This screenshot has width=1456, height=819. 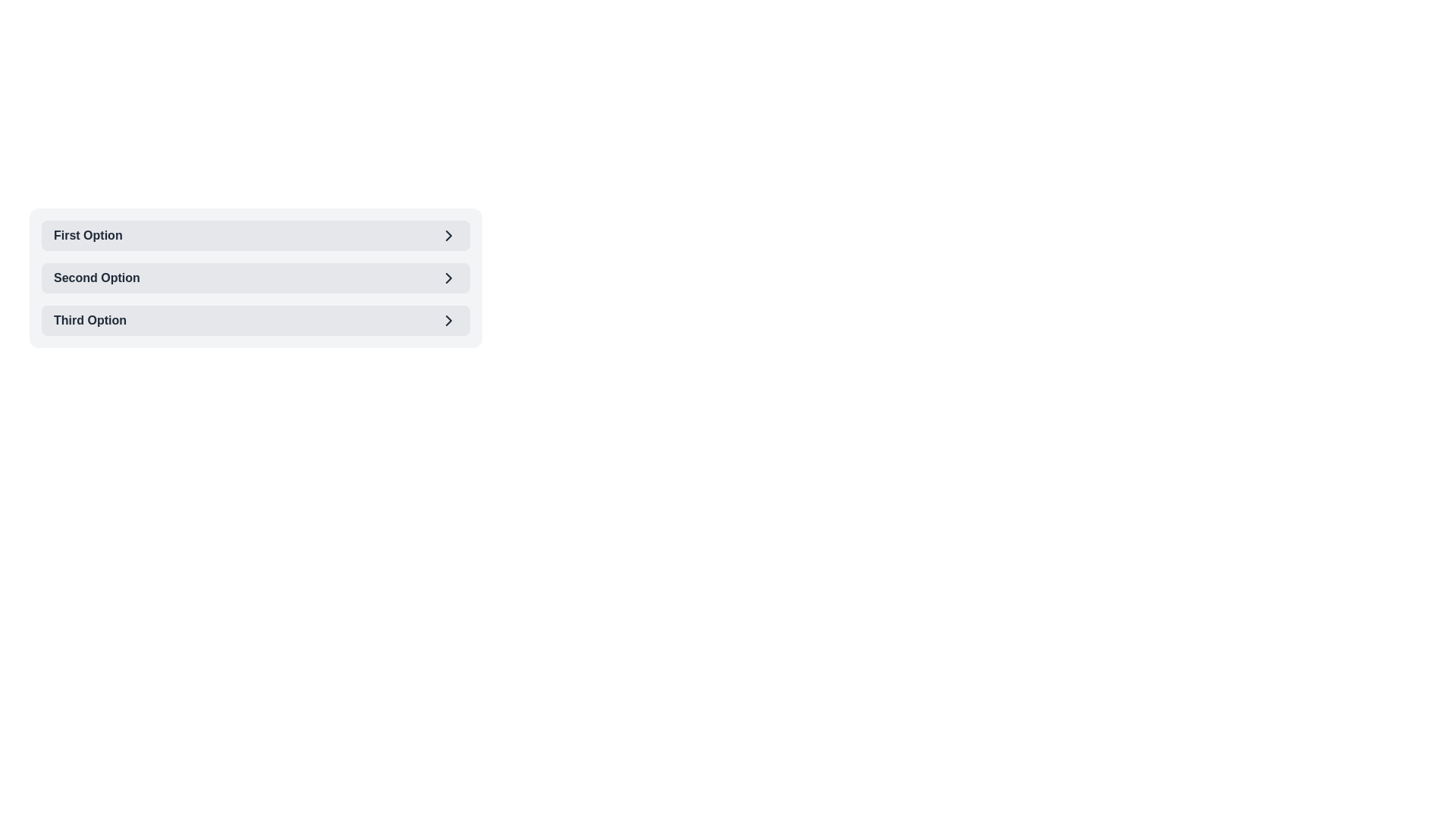 I want to click on the second option row in the list, so click(x=256, y=278).